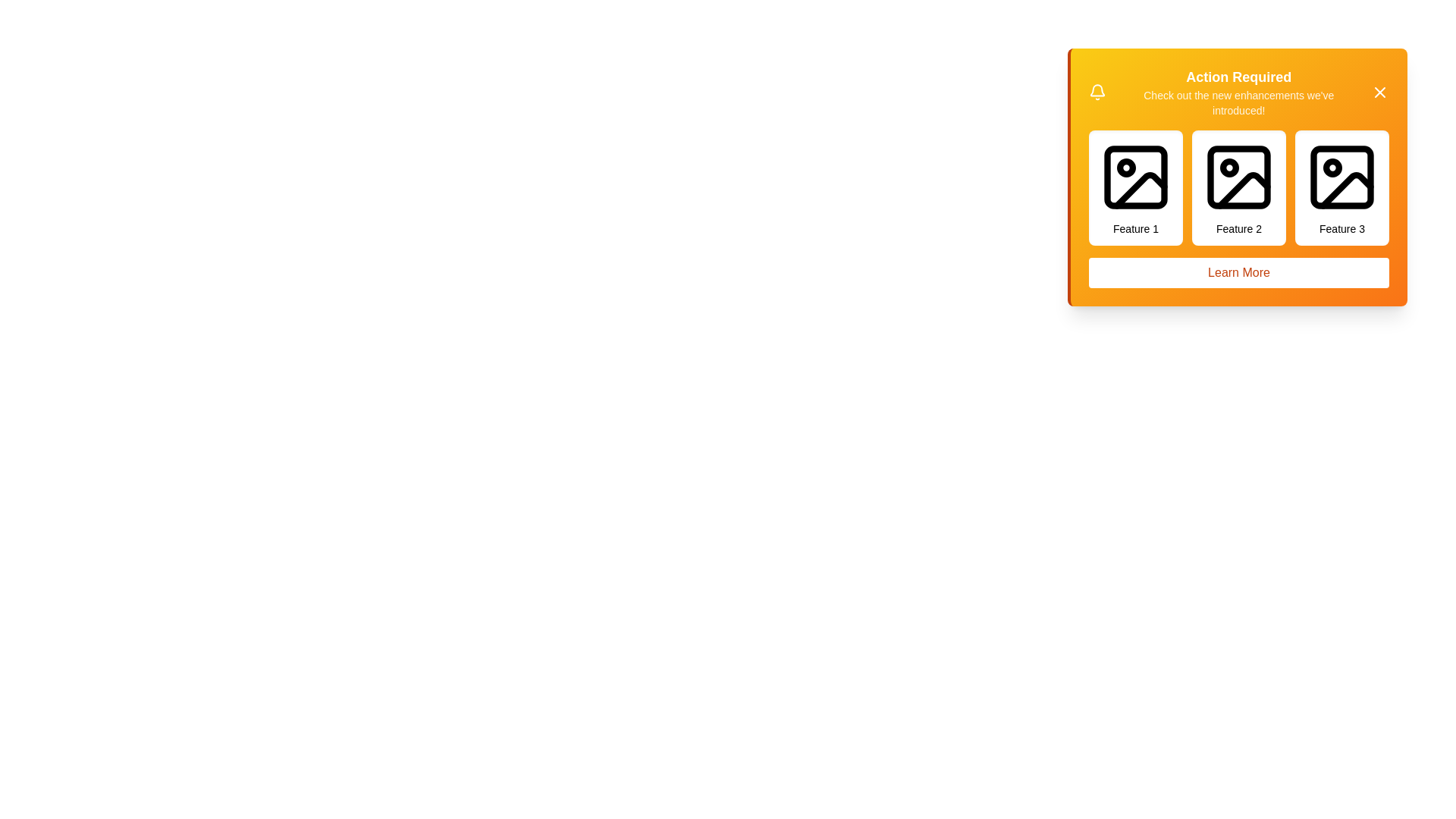  Describe the element at coordinates (1342, 187) in the screenshot. I see `the 'Feature 3' element to inspect its details` at that location.